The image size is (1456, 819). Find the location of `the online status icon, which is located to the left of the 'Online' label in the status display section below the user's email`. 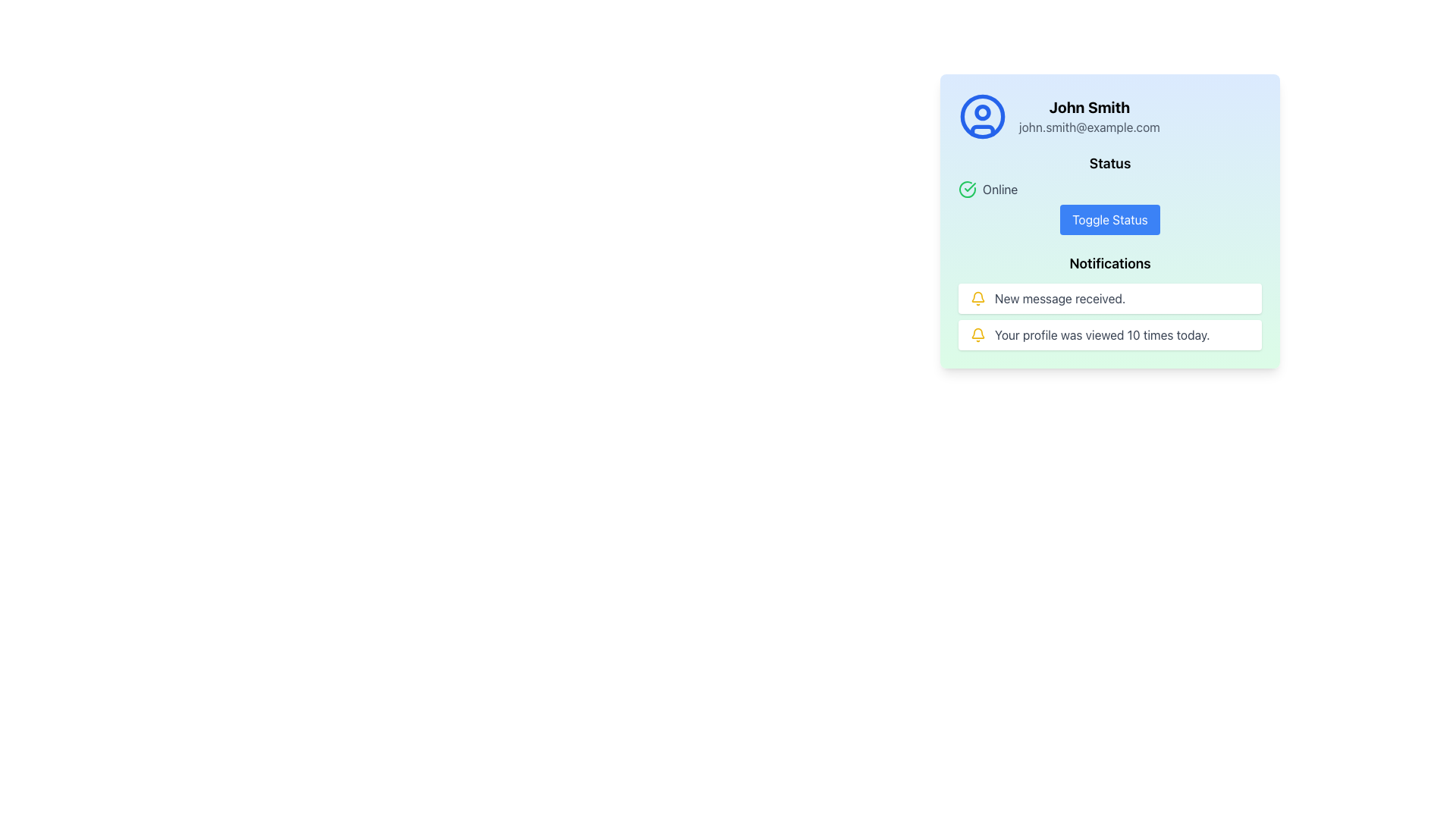

the online status icon, which is located to the left of the 'Online' label in the status display section below the user's email is located at coordinates (967, 189).